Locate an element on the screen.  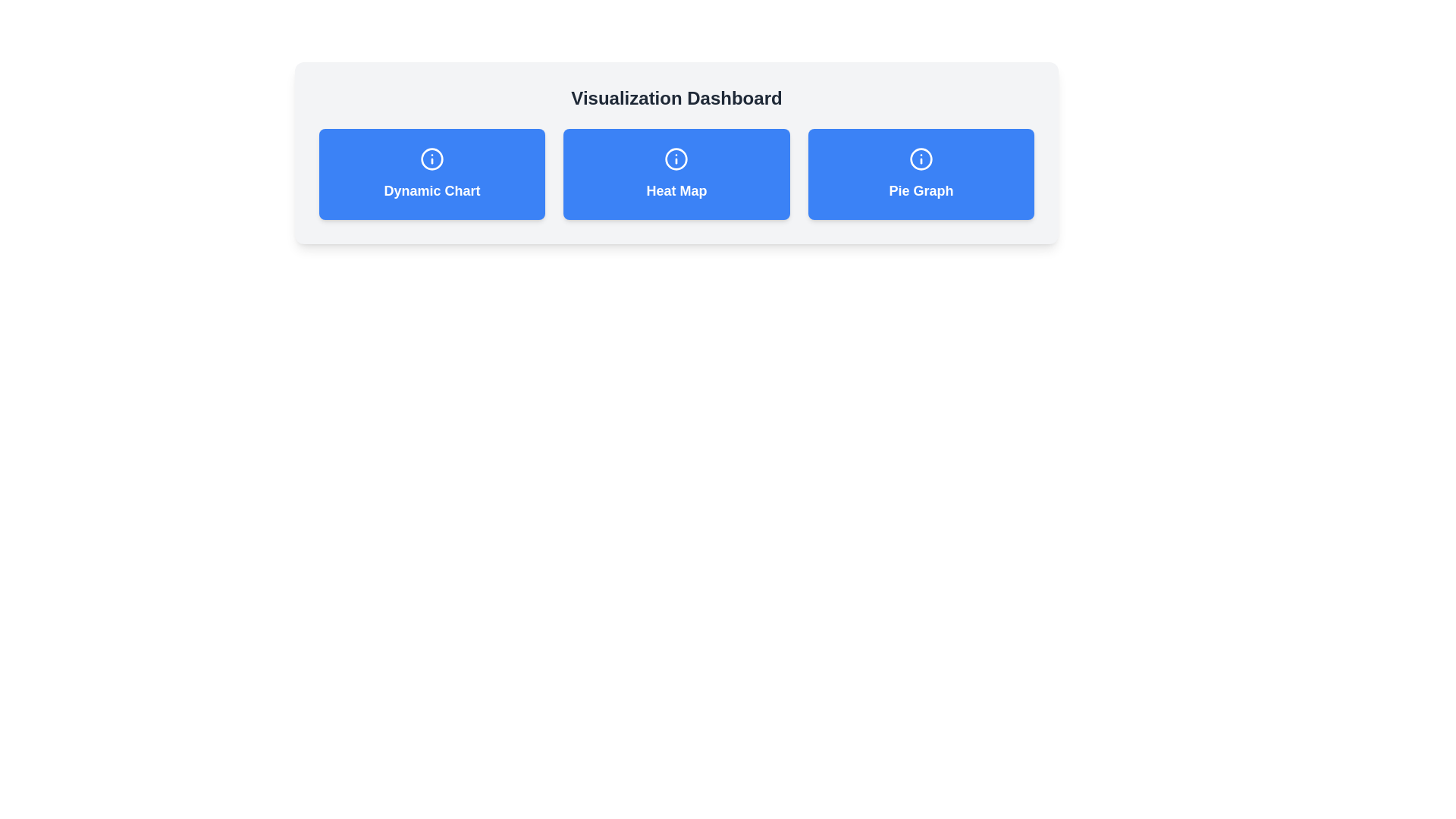
the circular 'i' icon within the 'Heat Map' card, which is the top-centered icon on the Visualization Dashboard is located at coordinates (676, 158).